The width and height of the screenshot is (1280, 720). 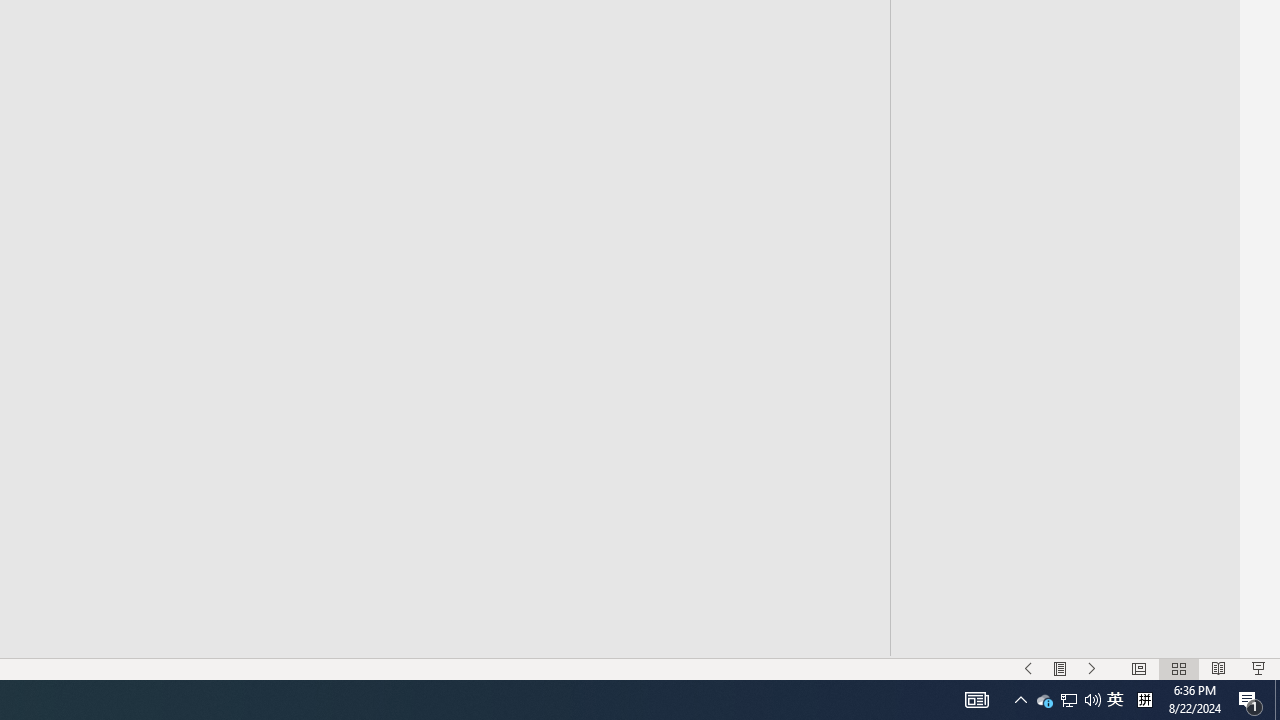 What do you see at coordinates (1178, 669) in the screenshot?
I see `'Slide Sorter'` at bounding box center [1178, 669].